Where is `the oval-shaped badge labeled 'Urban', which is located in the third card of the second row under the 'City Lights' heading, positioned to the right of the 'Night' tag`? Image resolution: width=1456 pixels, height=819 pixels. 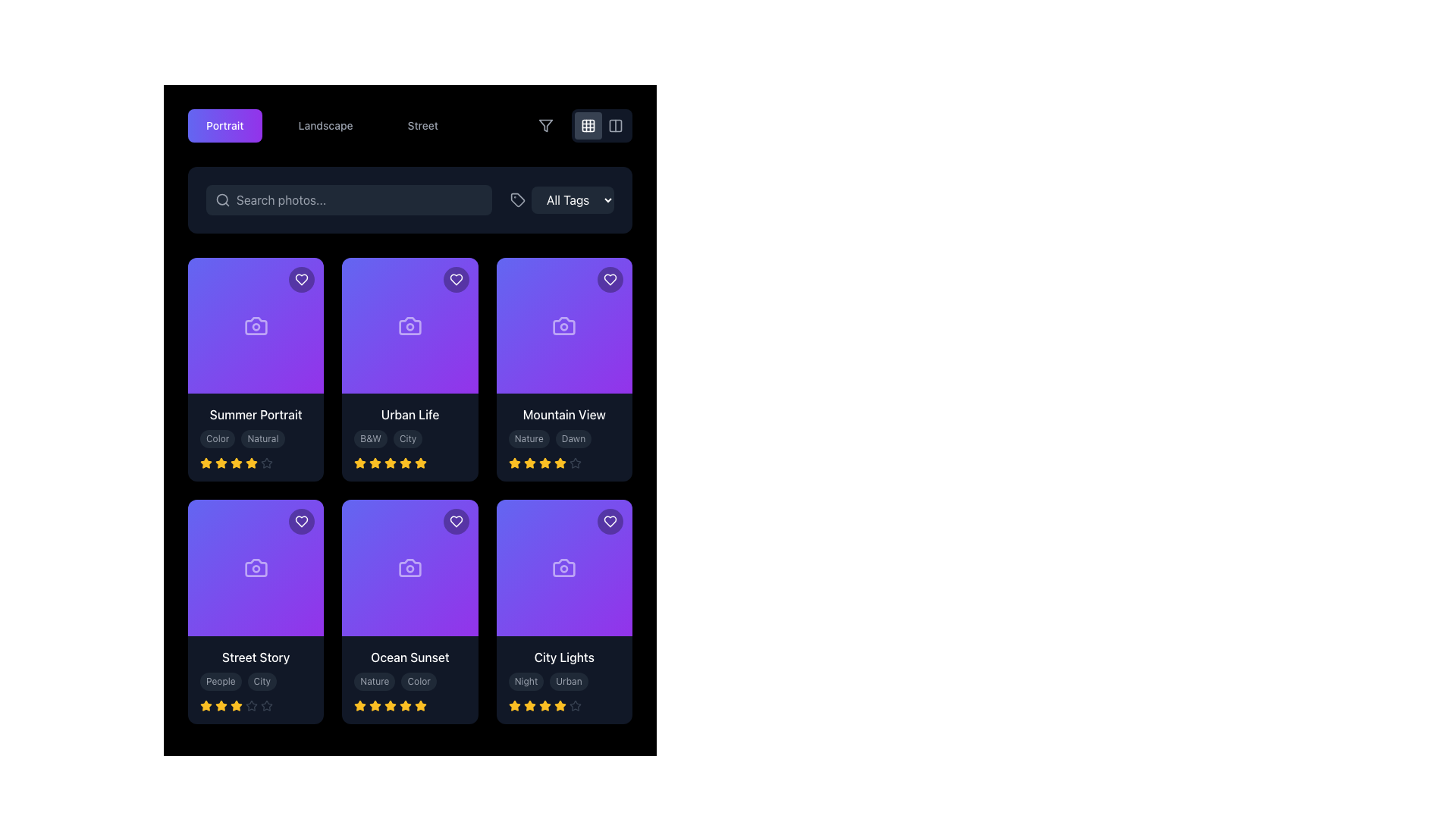
the oval-shaped badge labeled 'Urban', which is located in the third card of the second row under the 'City Lights' heading, positioned to the right of the 'Night' tag is located at coordinates (568, 680).